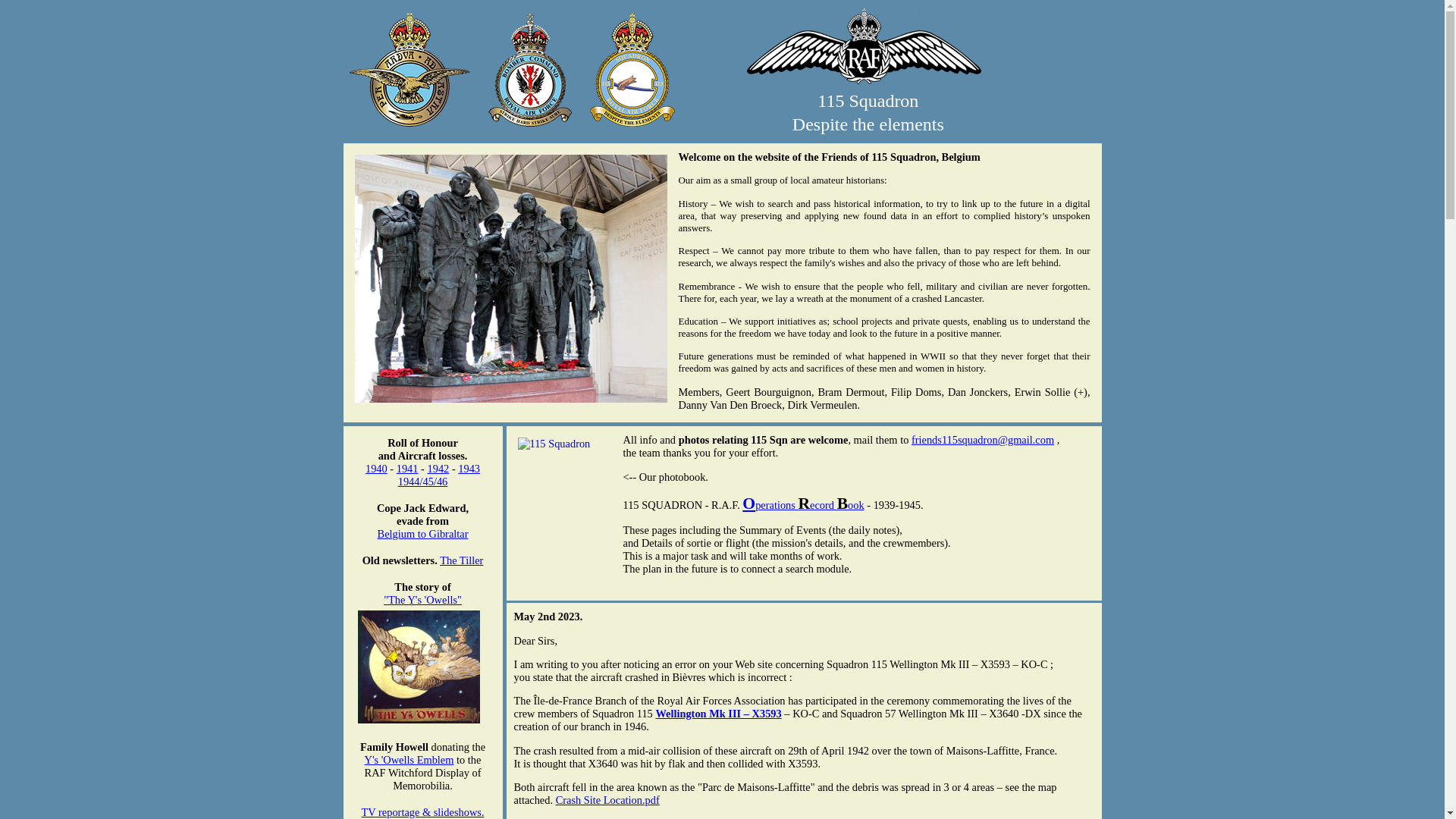 This screenshot has height=819, width=1456. Describe the element at coordinates (460, 560) in the screenshot. I see `'The Tiller'` at that location.